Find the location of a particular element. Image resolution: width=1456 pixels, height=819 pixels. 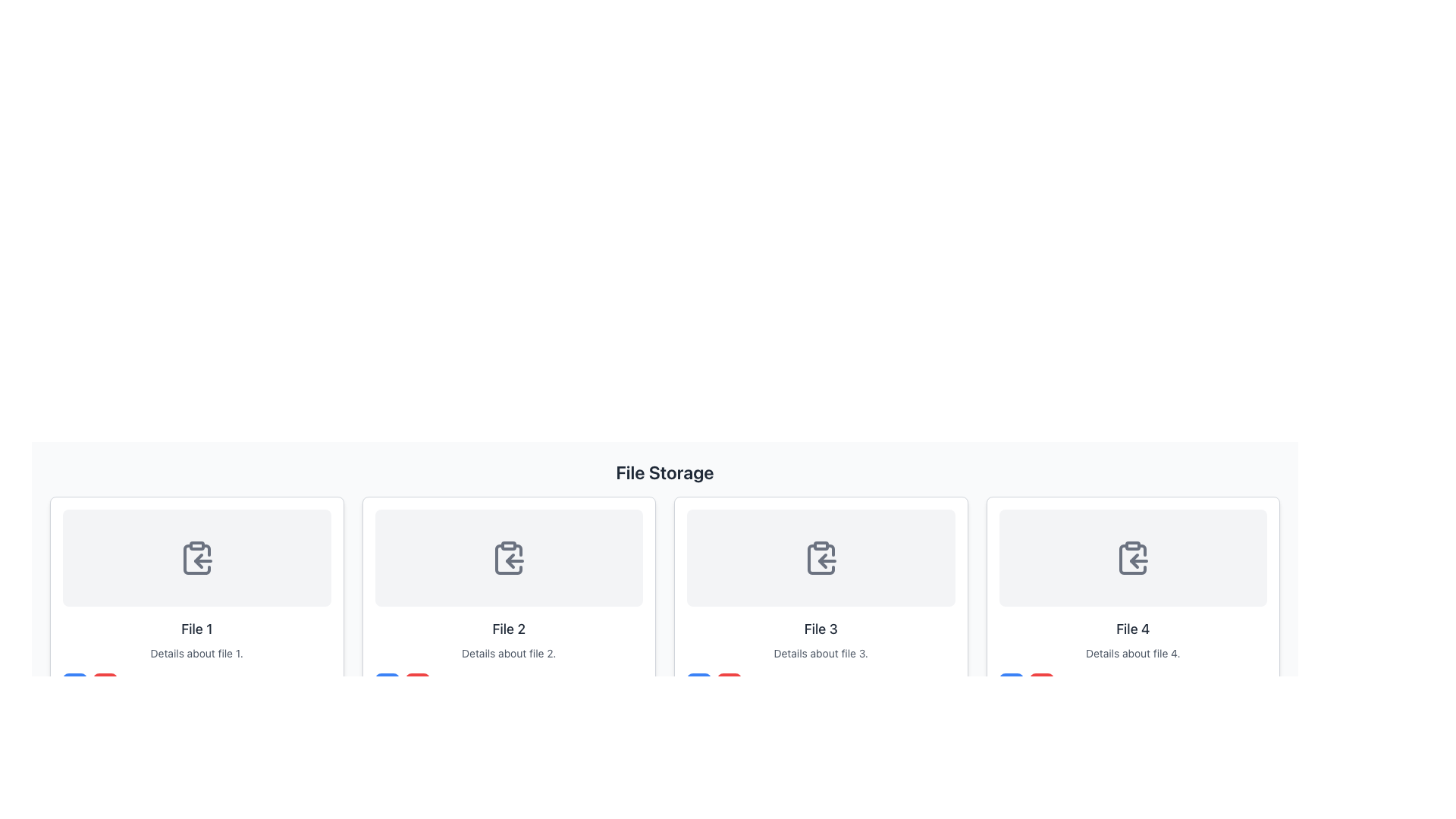

the red delete button with a trash bin icon located below 'File 4' to trigger potential hover effects is located at coordinates (1040, 685).